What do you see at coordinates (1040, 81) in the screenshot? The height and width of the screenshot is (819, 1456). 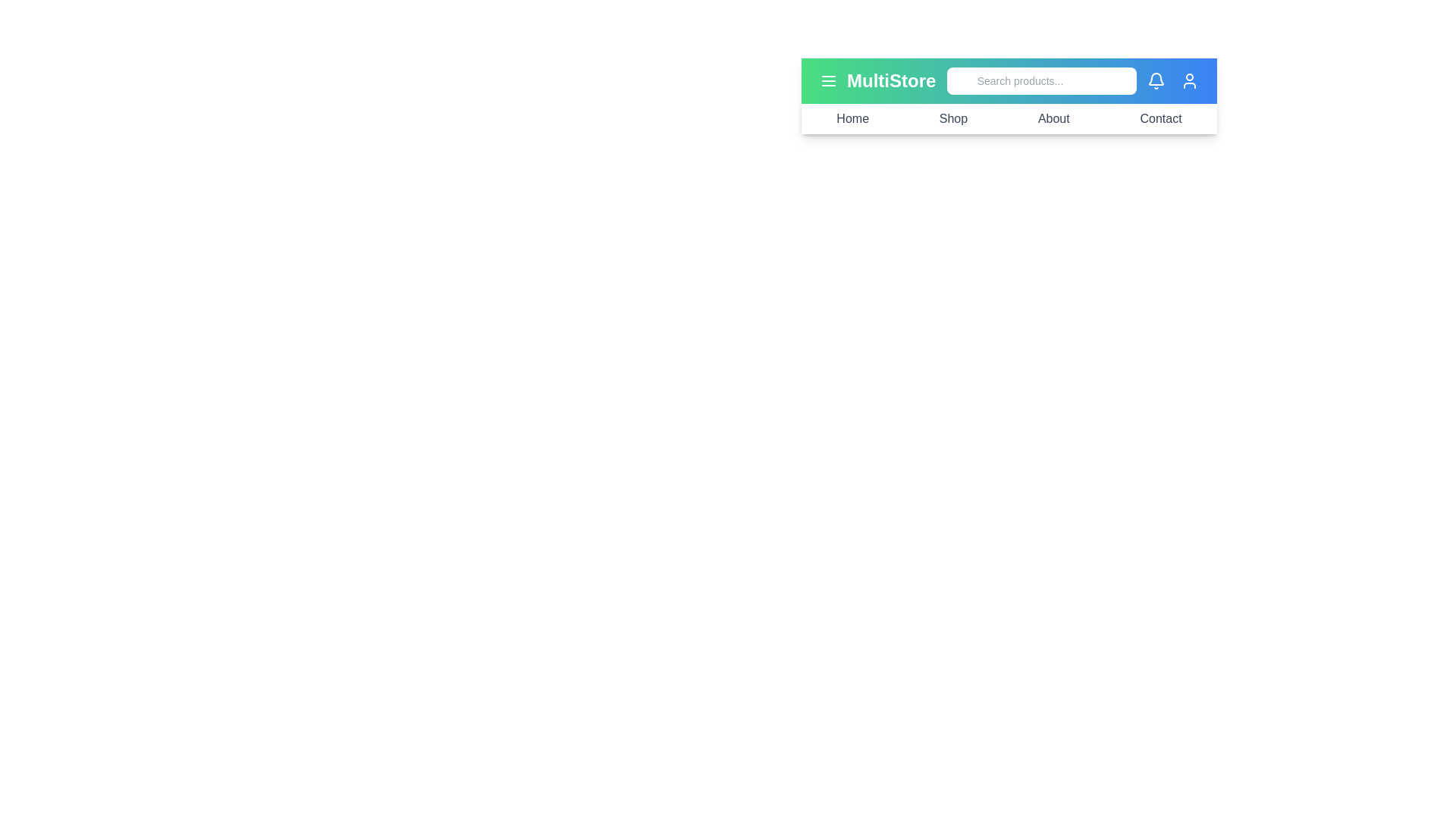 I see `the search input field and type the text 'example'` at bounding box center [1040, 81].